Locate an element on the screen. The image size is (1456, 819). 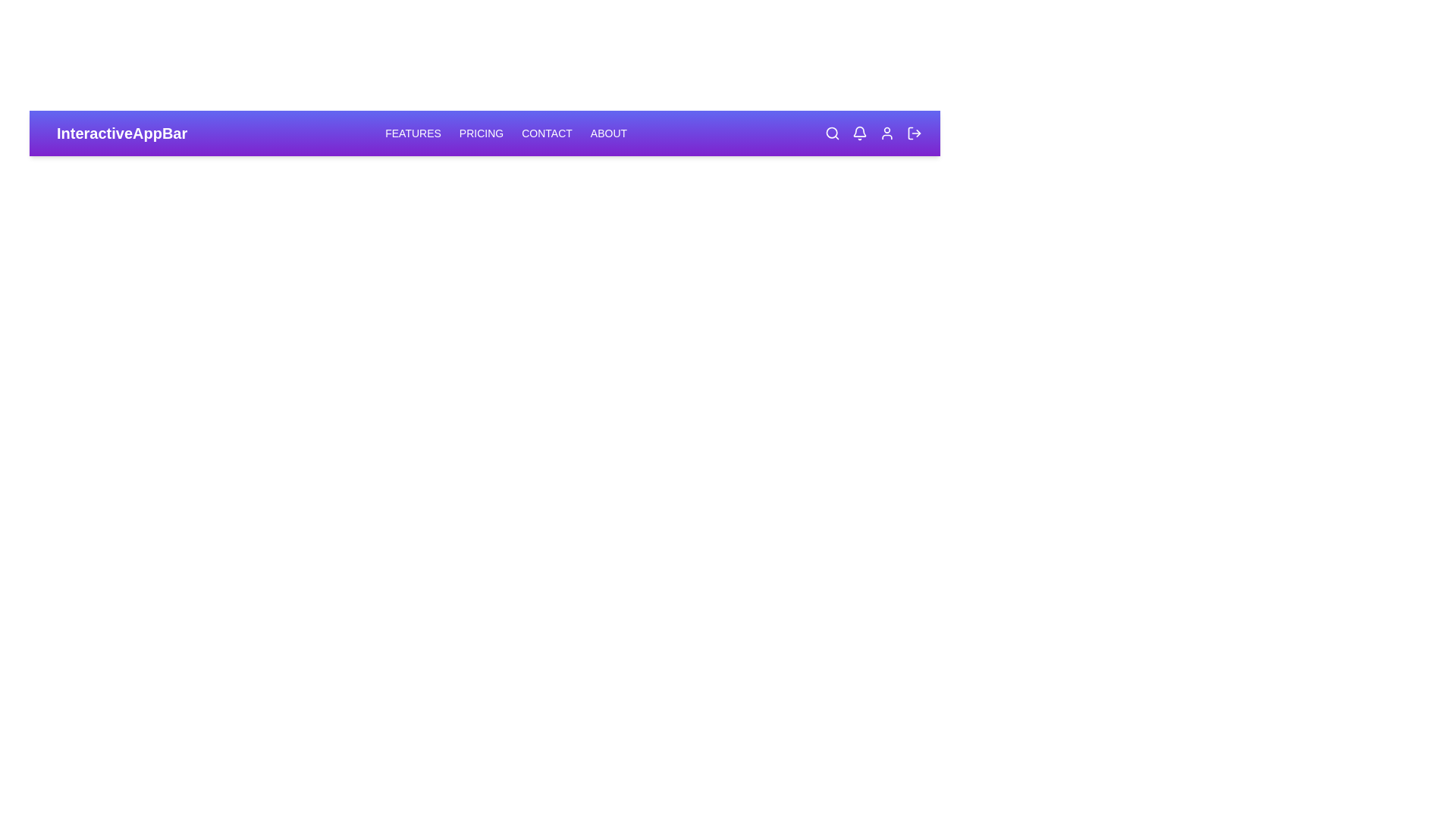
the 'Search' icon to initiate a search is located at coordinates (832, 133).